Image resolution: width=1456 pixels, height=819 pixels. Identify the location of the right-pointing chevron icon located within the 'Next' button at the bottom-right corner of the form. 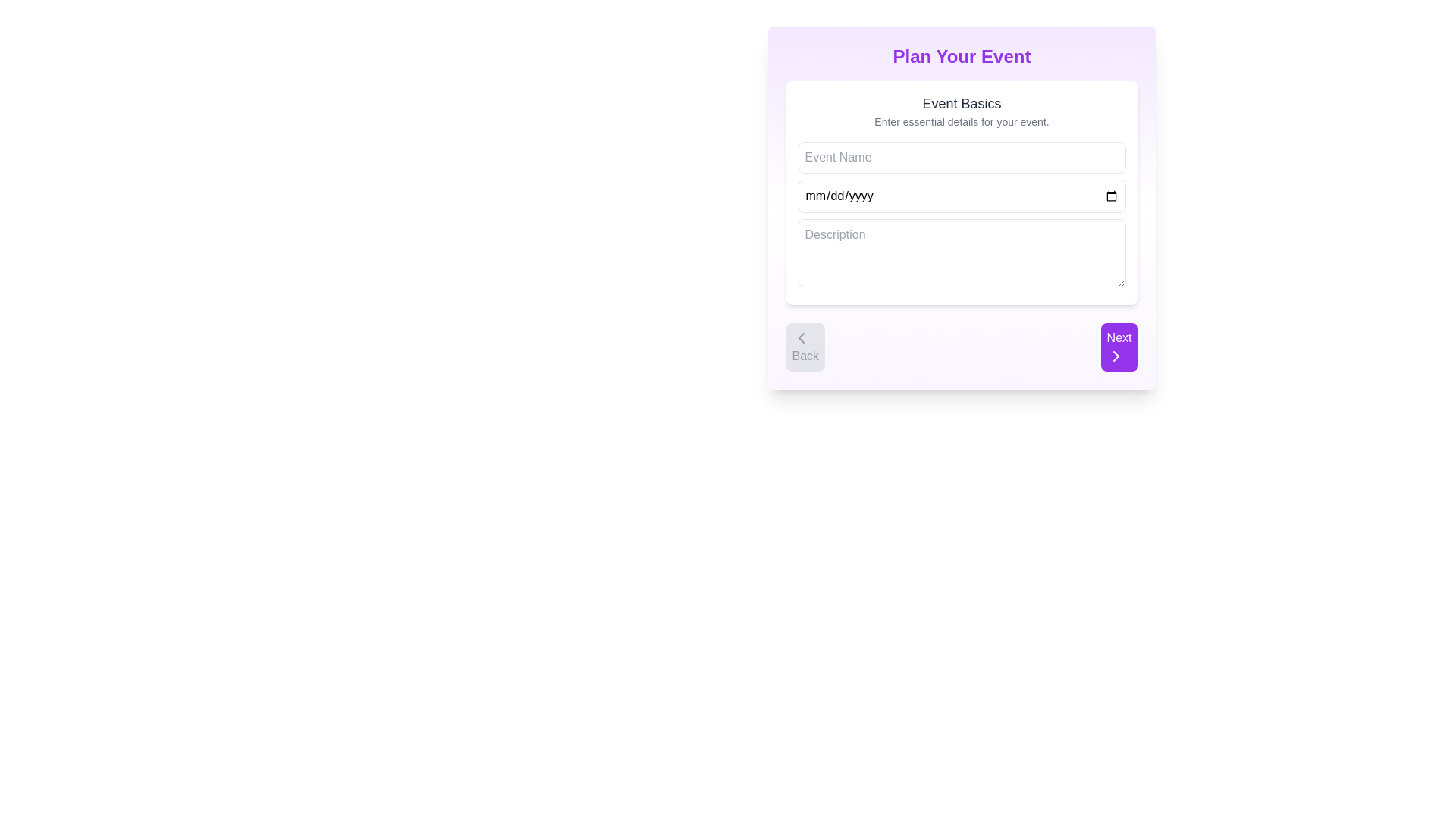
(1116, 356).